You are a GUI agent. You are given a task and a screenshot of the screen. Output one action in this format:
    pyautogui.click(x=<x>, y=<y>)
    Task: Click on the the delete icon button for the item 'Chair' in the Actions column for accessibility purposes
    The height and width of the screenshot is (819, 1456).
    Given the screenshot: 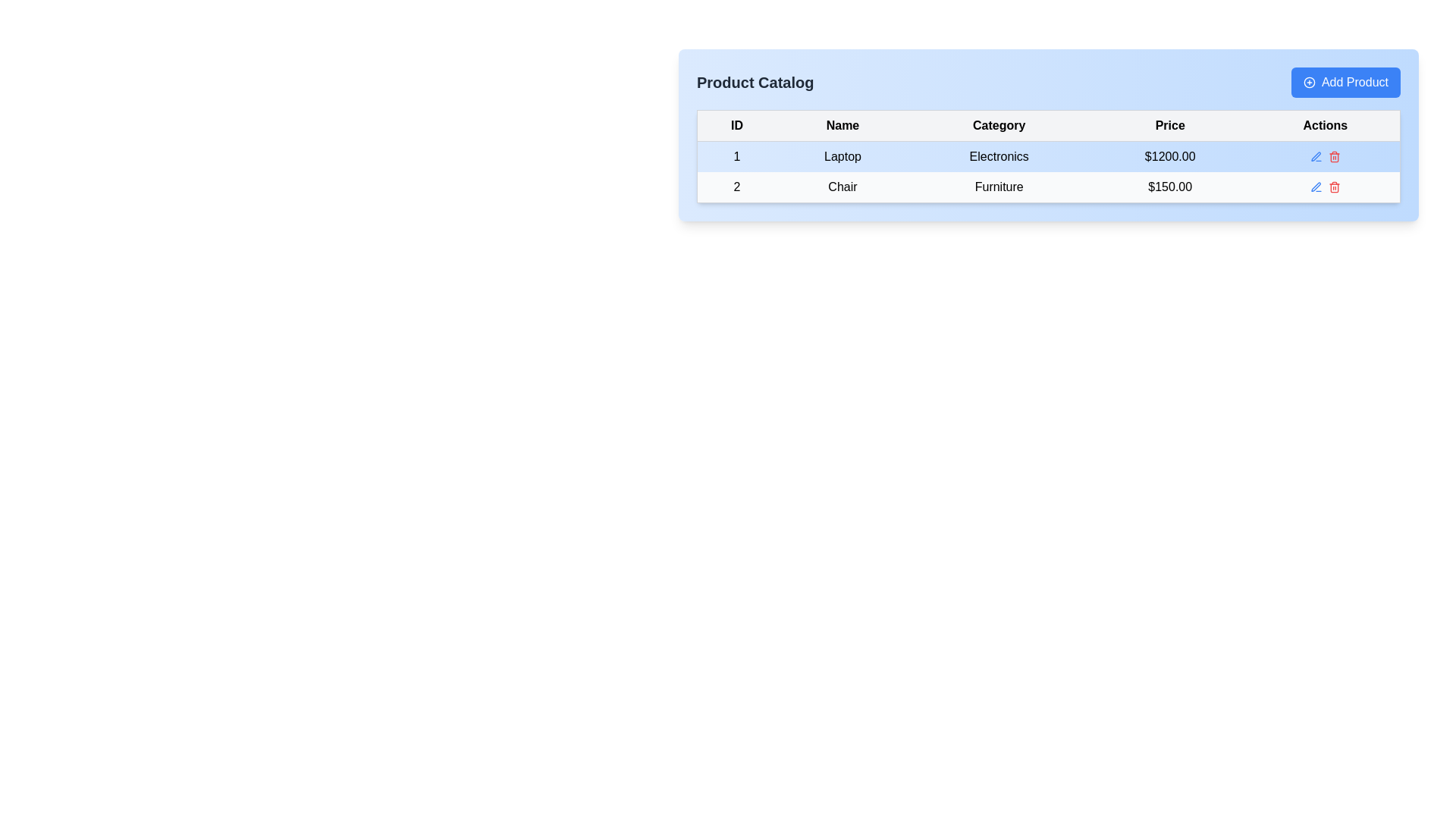 What is the action you would take?
    pyautogui.click(x=1333, y=186)
    